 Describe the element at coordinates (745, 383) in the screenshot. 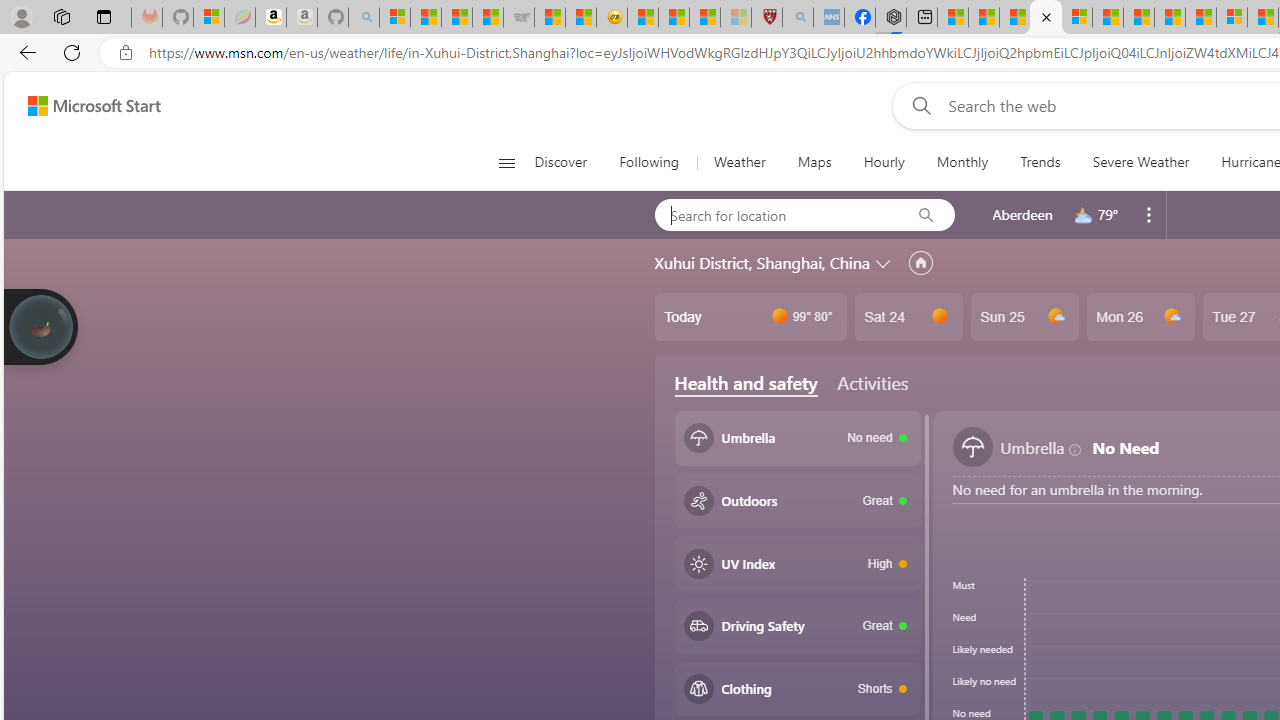

I see `'Health and safety'` at that location.